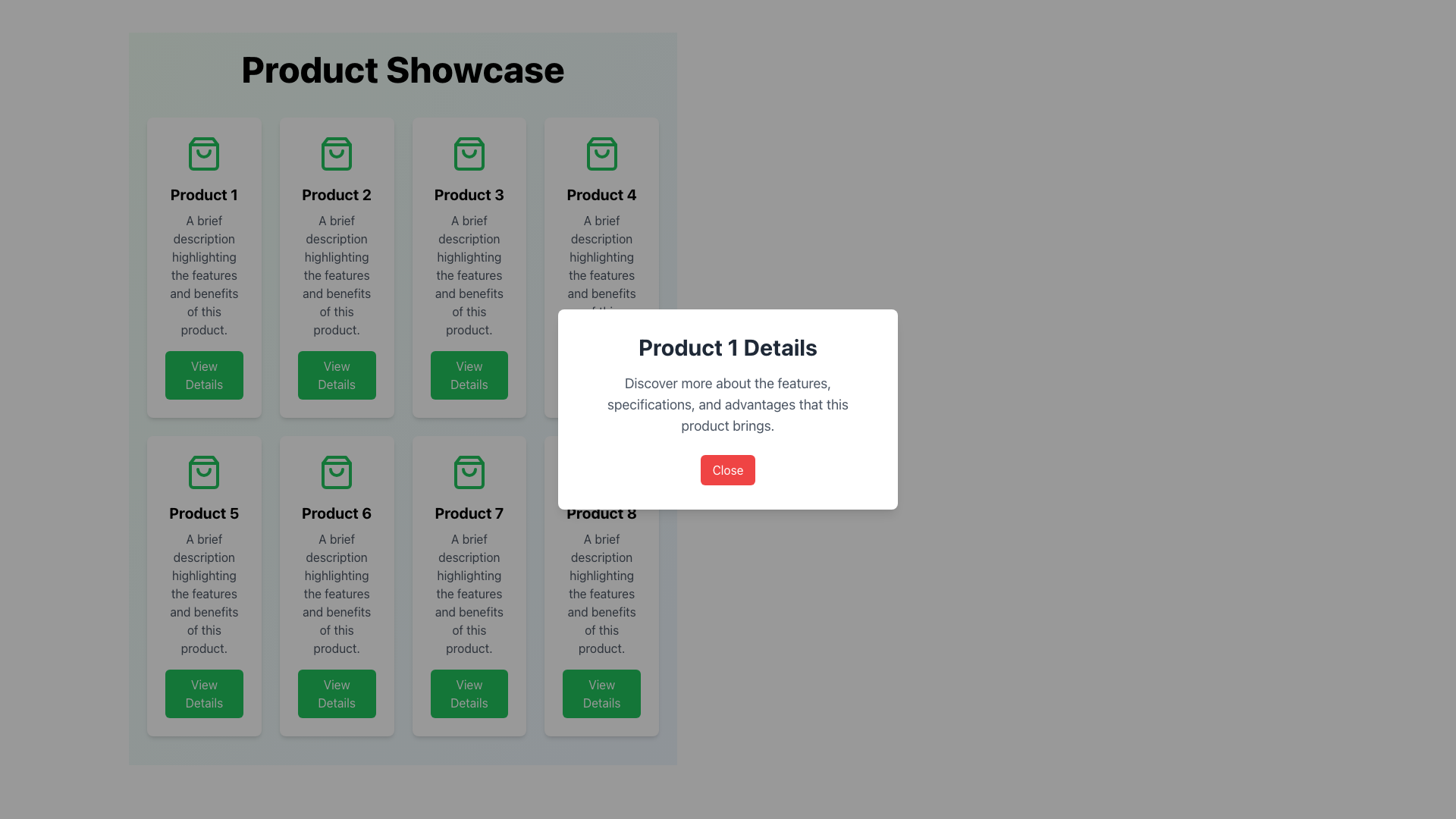 This screenshot has width=1456, height=819. I want to click on the green shopping bag icon at the top center of the 'Product 6' card, which is visually distinct with a green outline and positioned above the product title, so click(336, 472).